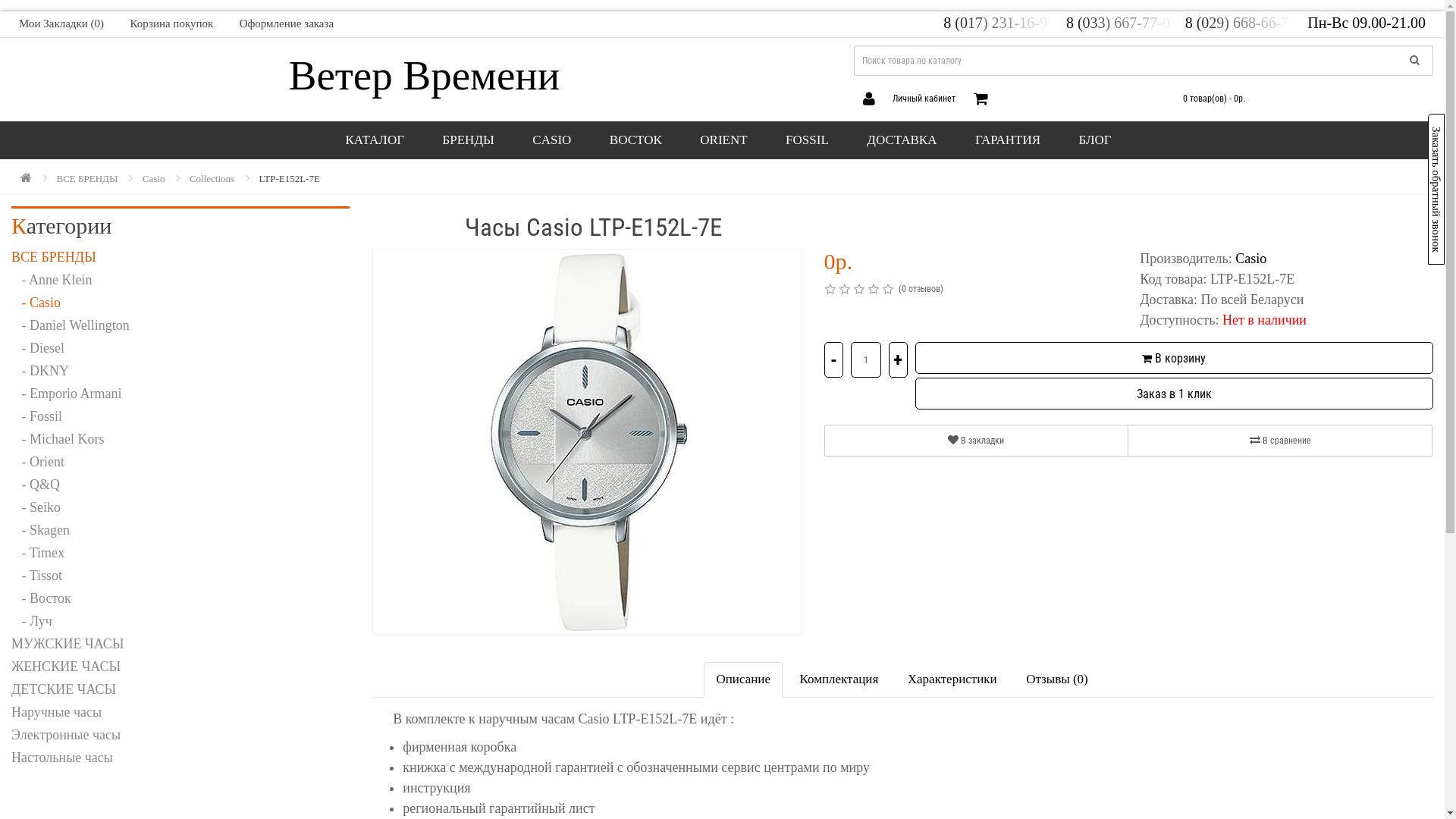  I want to click on '8 (033) 667-77-0 ', so click(1124, 23).